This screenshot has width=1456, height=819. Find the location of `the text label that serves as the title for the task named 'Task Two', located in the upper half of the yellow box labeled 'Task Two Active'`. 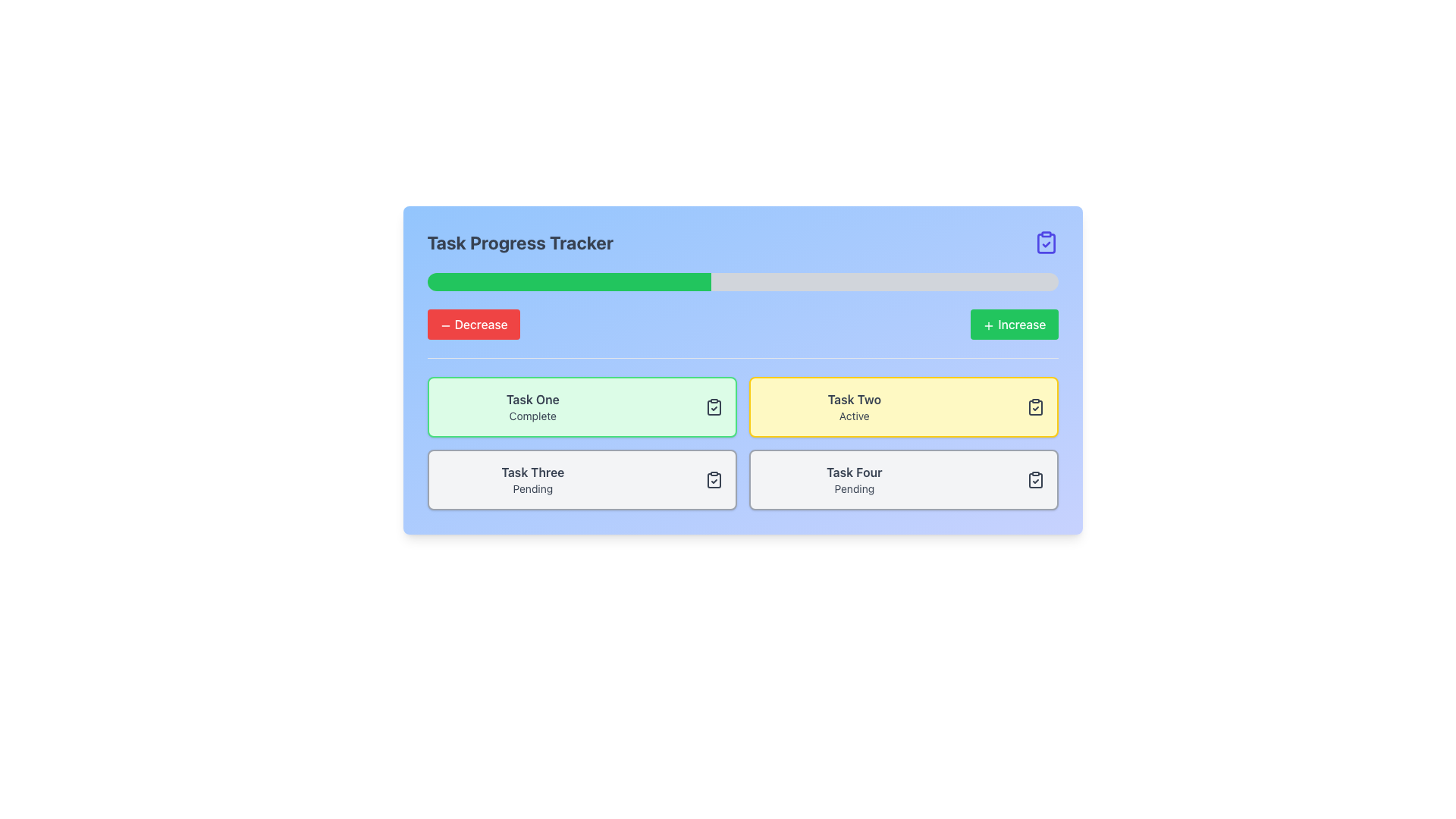

the text label that serves as the title for the task named 'Task Two', located in the upper half of the yellow box labeled 'Task Two Active' is located at coordinates (854, 399).